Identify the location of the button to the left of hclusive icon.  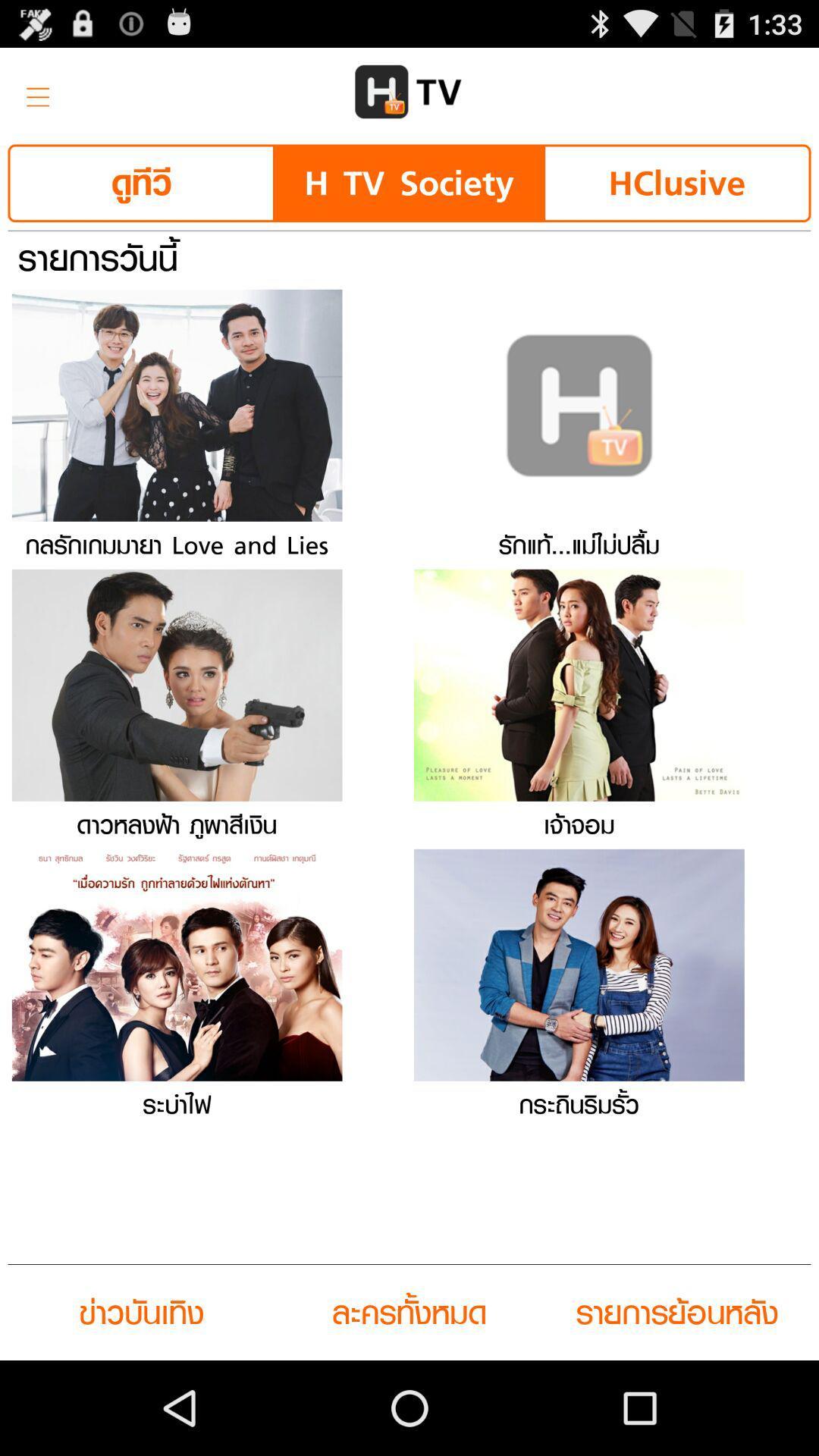
(408, 182).